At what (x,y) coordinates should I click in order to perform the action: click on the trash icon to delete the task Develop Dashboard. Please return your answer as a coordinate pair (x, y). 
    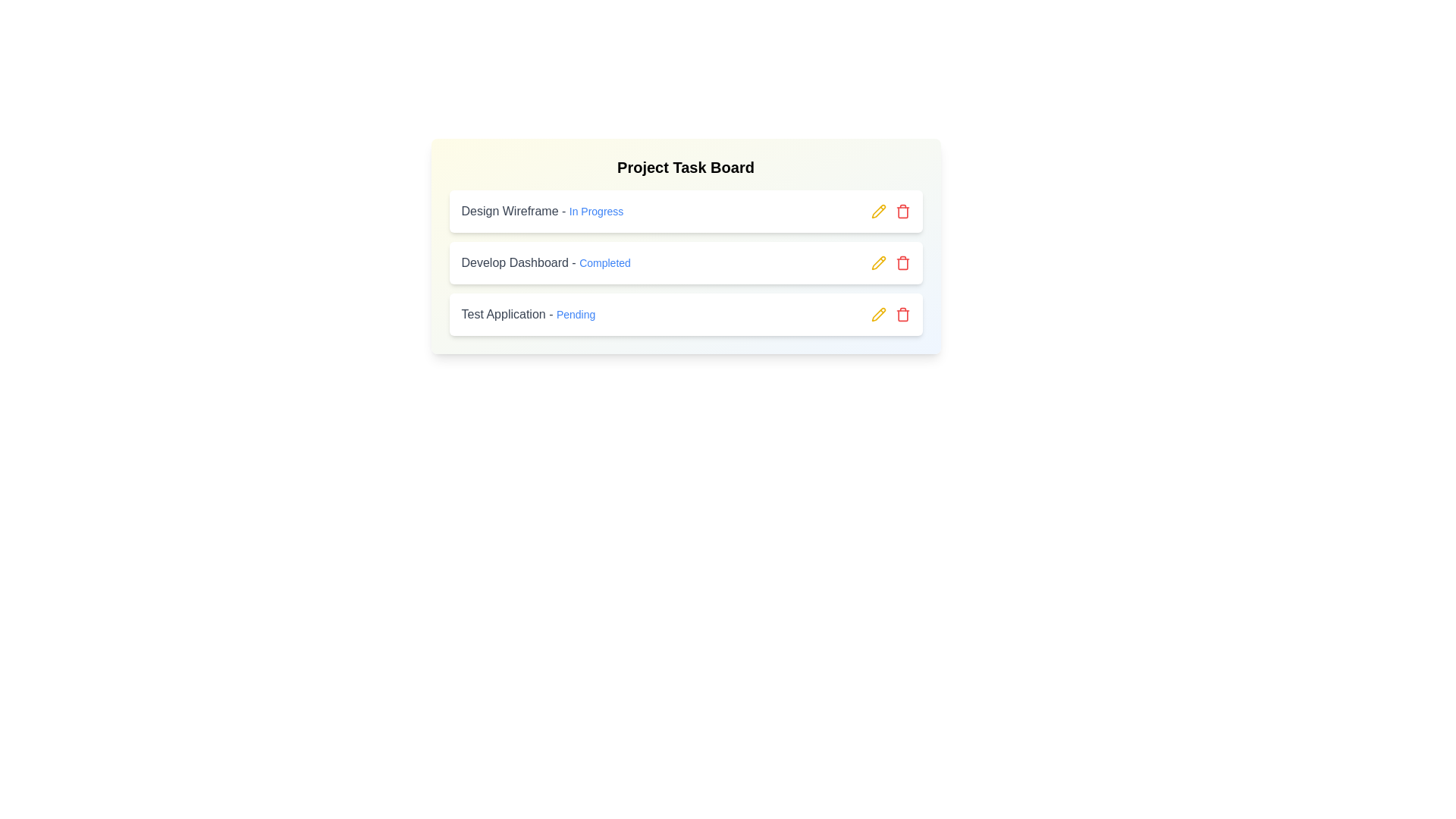
    Looking at the image, I should click on (902, 262).